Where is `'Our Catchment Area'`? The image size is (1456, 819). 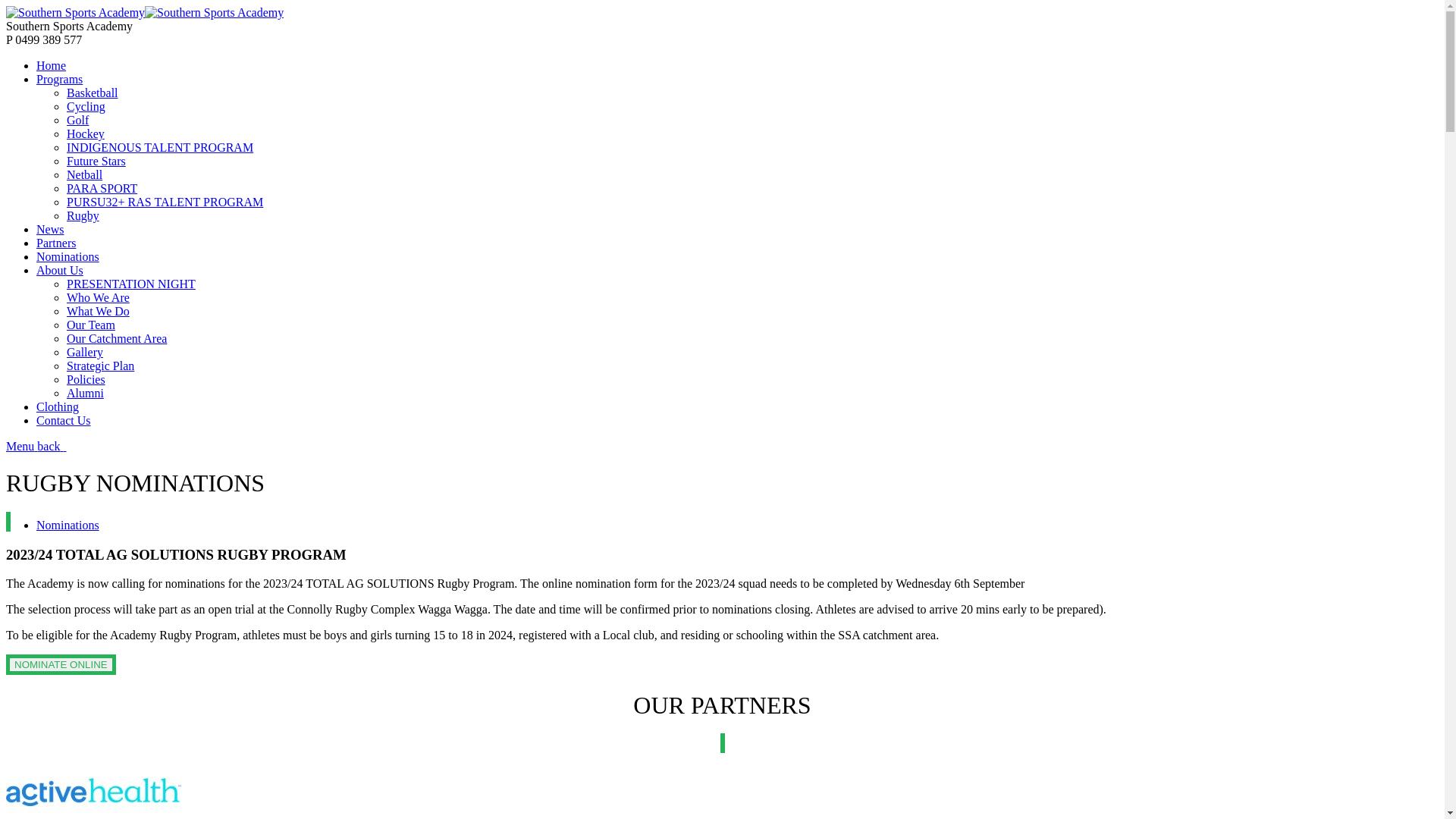 'Our Catchment Area' is located at coordinates (115, 337).